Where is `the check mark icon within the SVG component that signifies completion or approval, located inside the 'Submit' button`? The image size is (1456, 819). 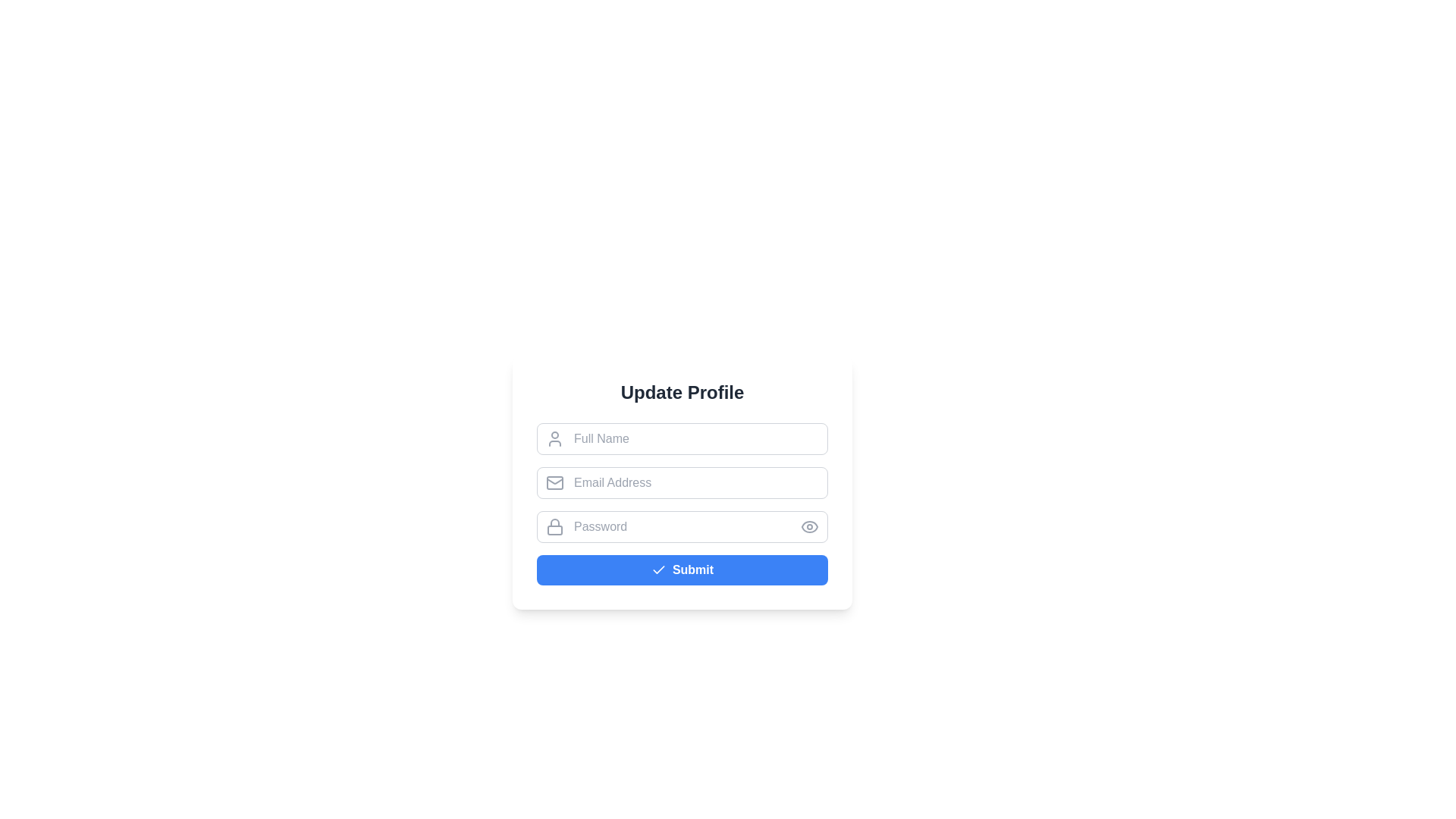
the check mark icon within the SVG component that signifies completion or approval, located inside the 'Submit' button is located at coordinates (658, 570).